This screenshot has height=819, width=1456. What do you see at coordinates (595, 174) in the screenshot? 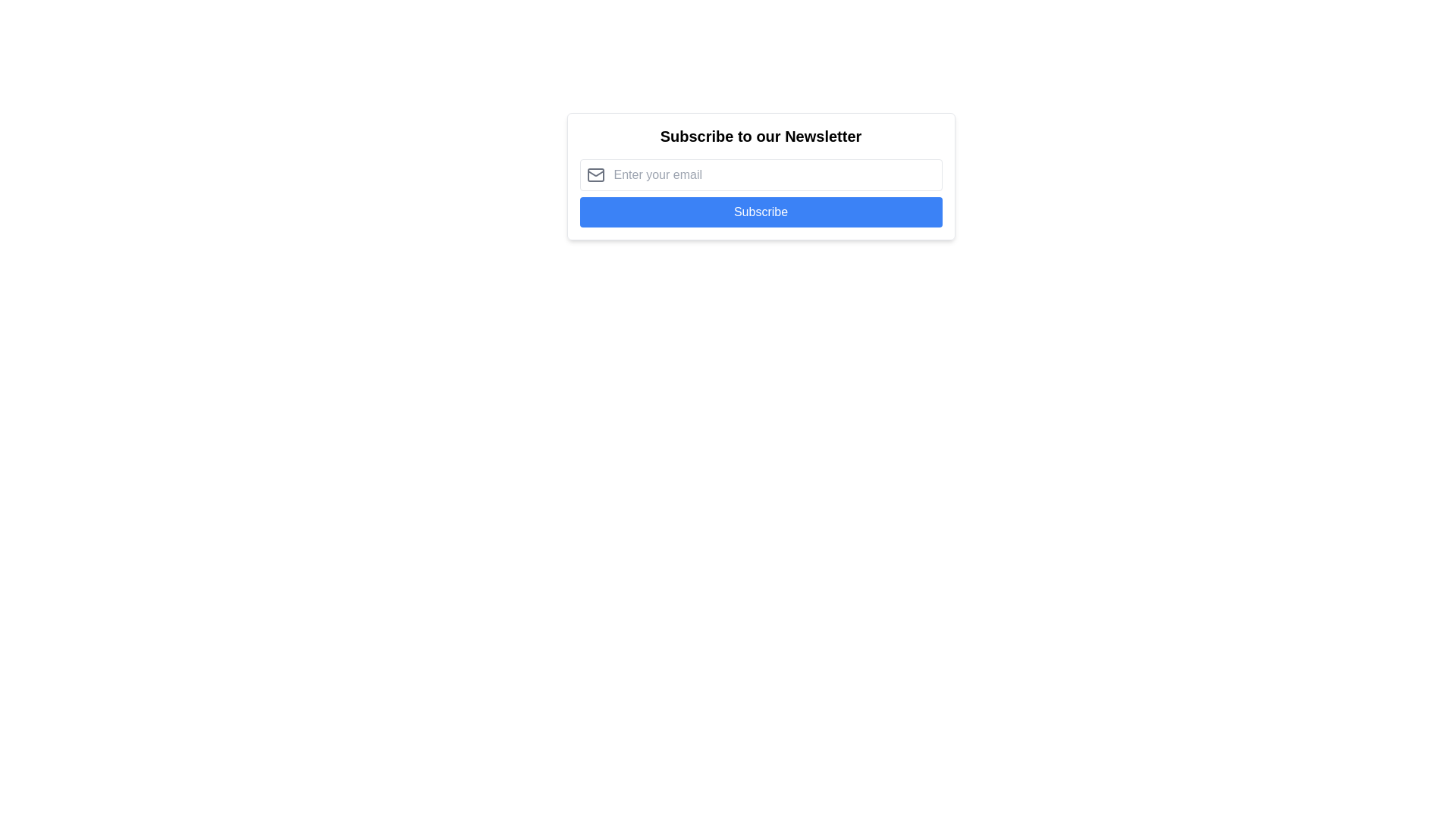
I see `the email icon located to the left of the 'Enter your email' input field within the rounded rectangle area of the email input form` at bounding box center [595, 174].